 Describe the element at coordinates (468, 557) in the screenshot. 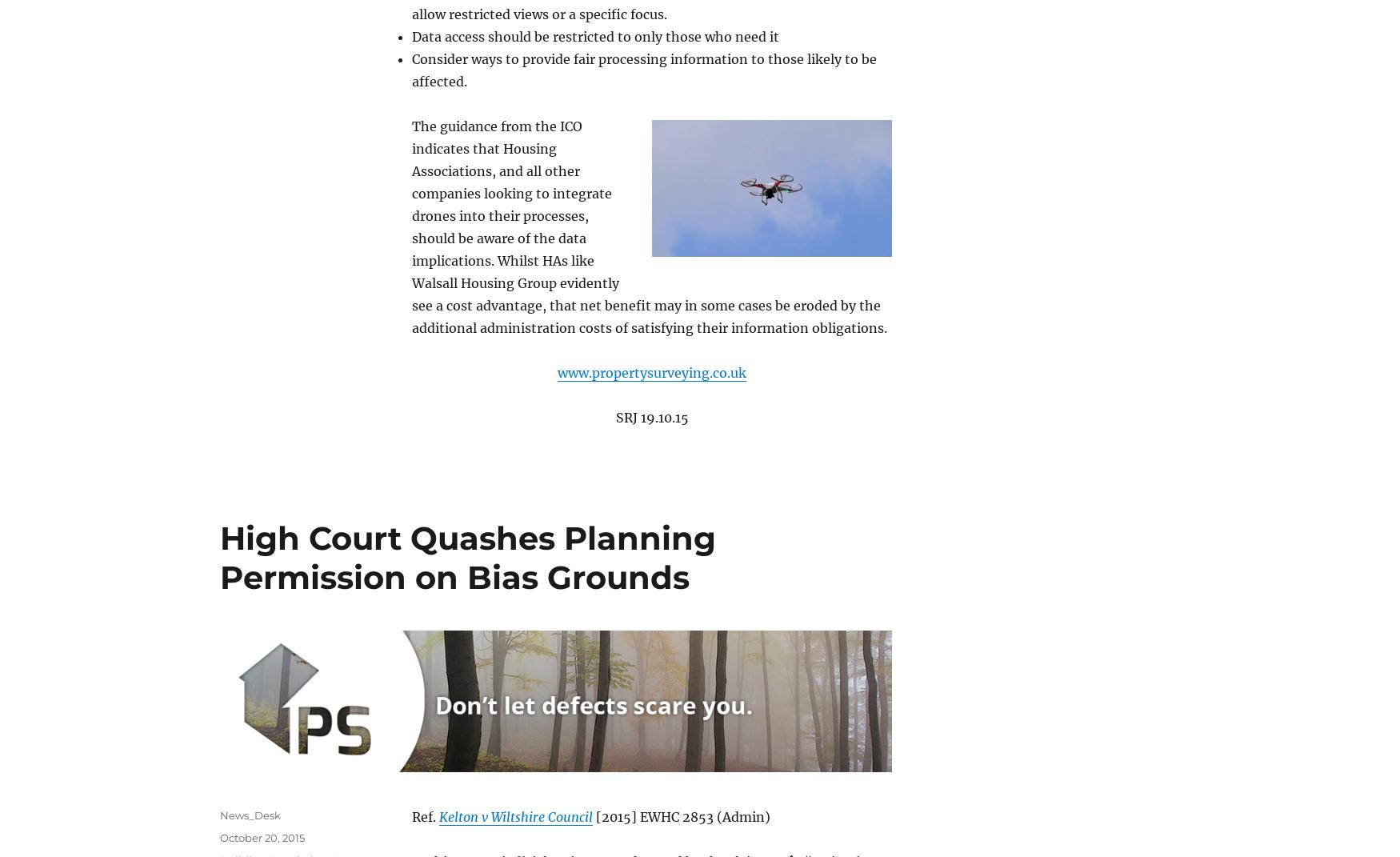

I see `'High Court Quashes Planning Permission on Bias Grounds'` at that location.